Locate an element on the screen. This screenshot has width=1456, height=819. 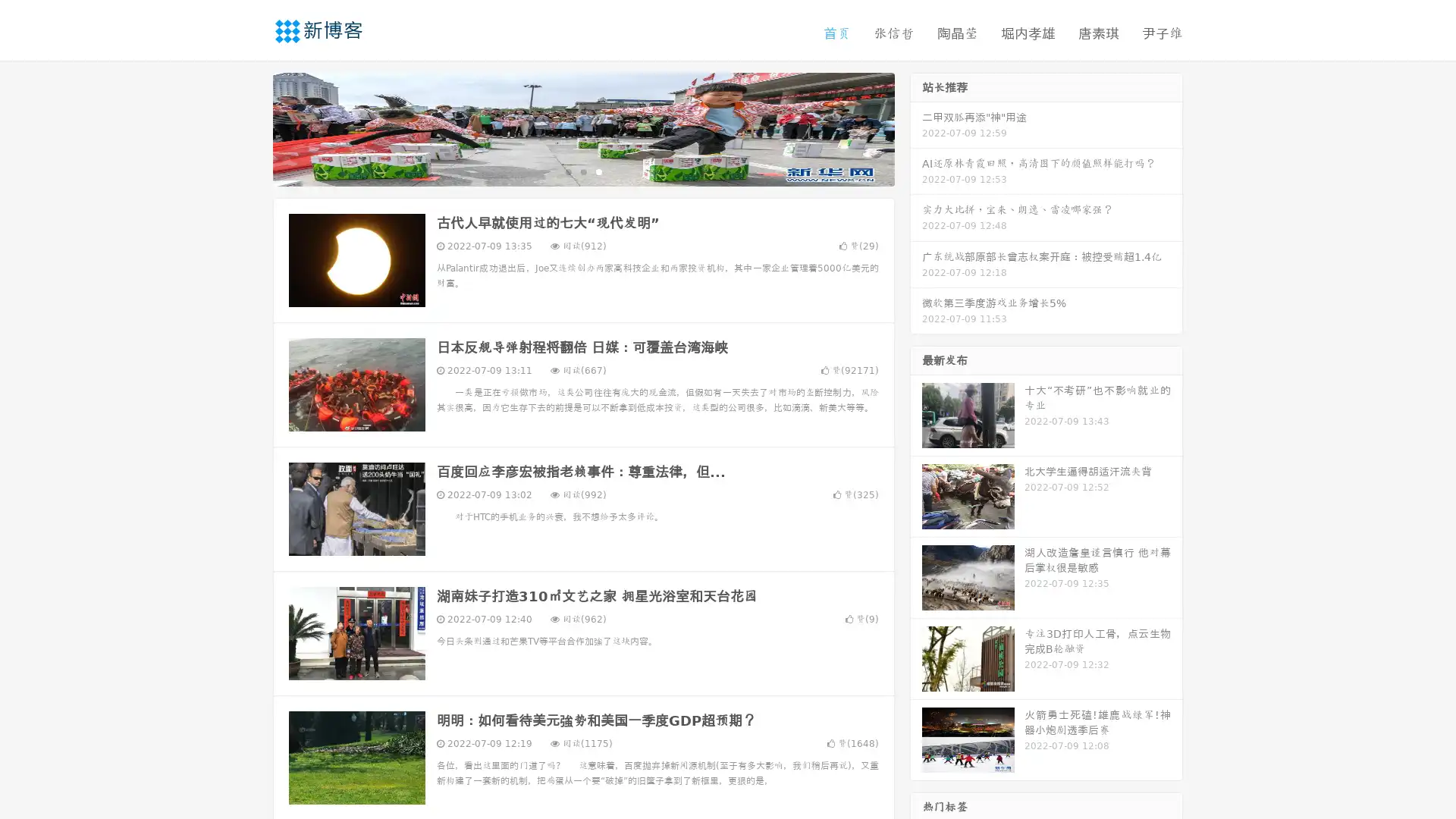
Next slide is located at coordinates (916, 127).